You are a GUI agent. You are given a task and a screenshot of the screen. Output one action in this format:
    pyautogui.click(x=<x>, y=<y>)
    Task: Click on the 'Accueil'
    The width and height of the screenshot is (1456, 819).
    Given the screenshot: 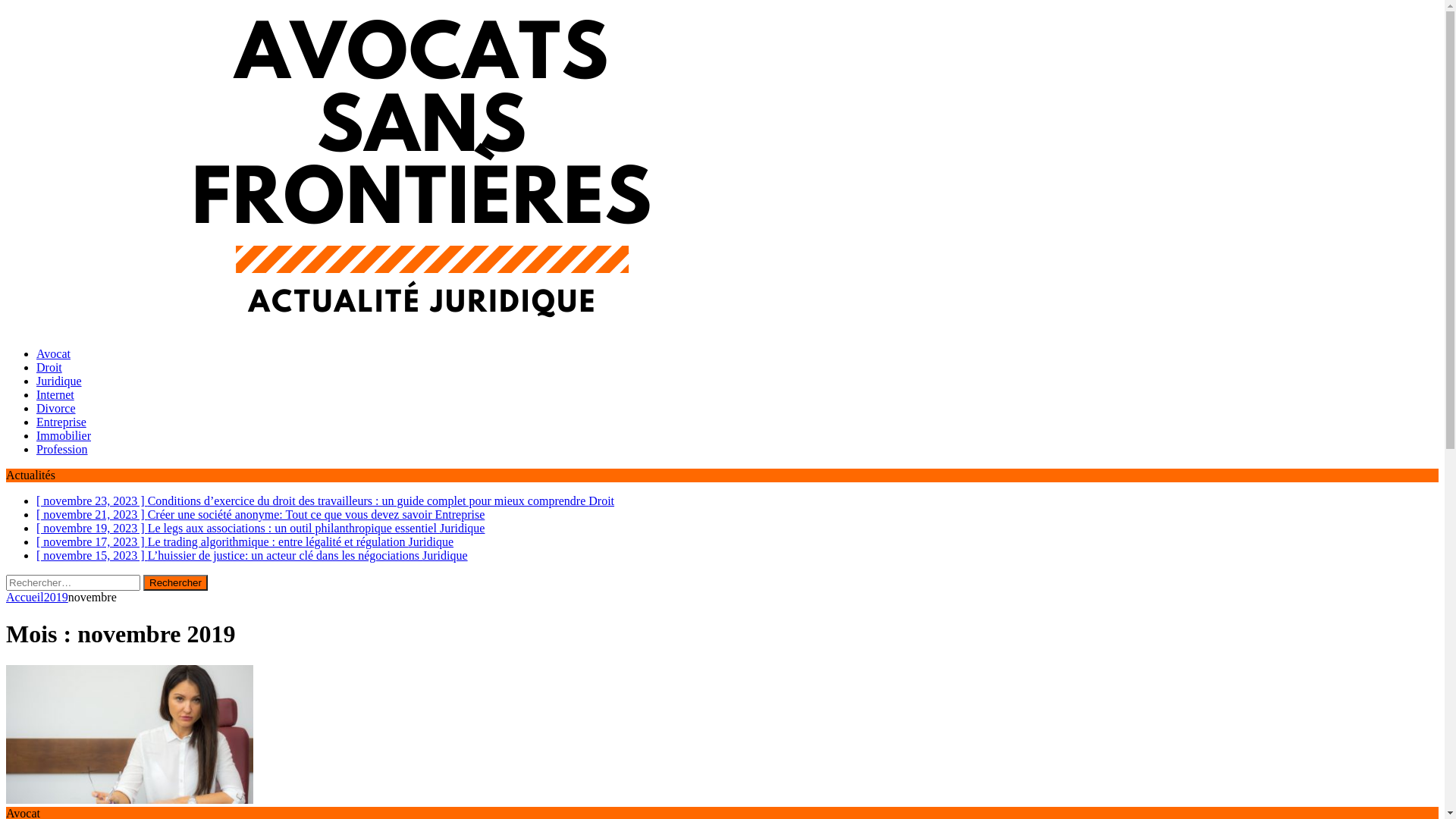 What is the action you would take?
    pyautogui.click(x=25, y=596)
    